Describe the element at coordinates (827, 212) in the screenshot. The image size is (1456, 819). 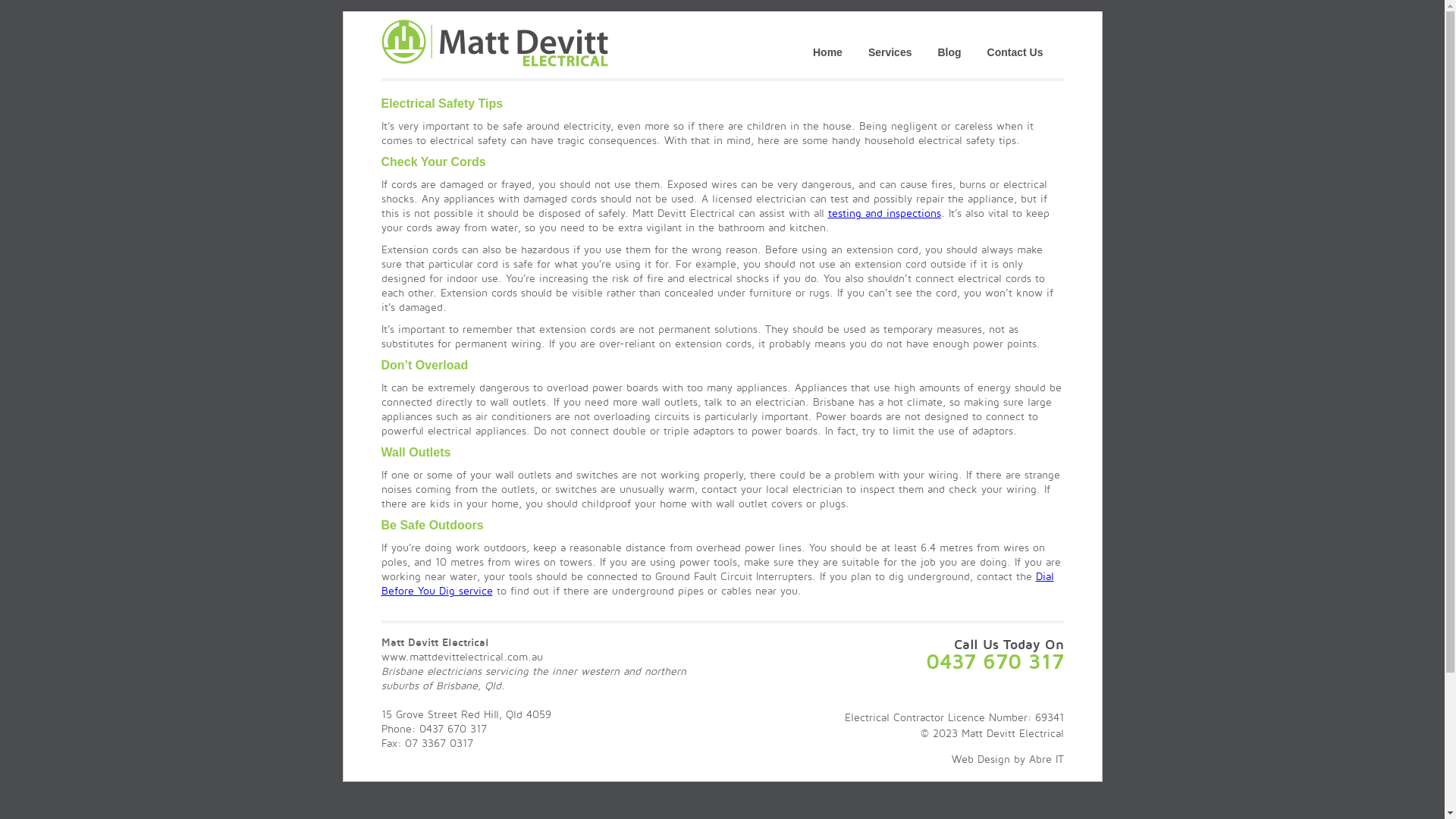
I see `'testing and inspections'` at that location.